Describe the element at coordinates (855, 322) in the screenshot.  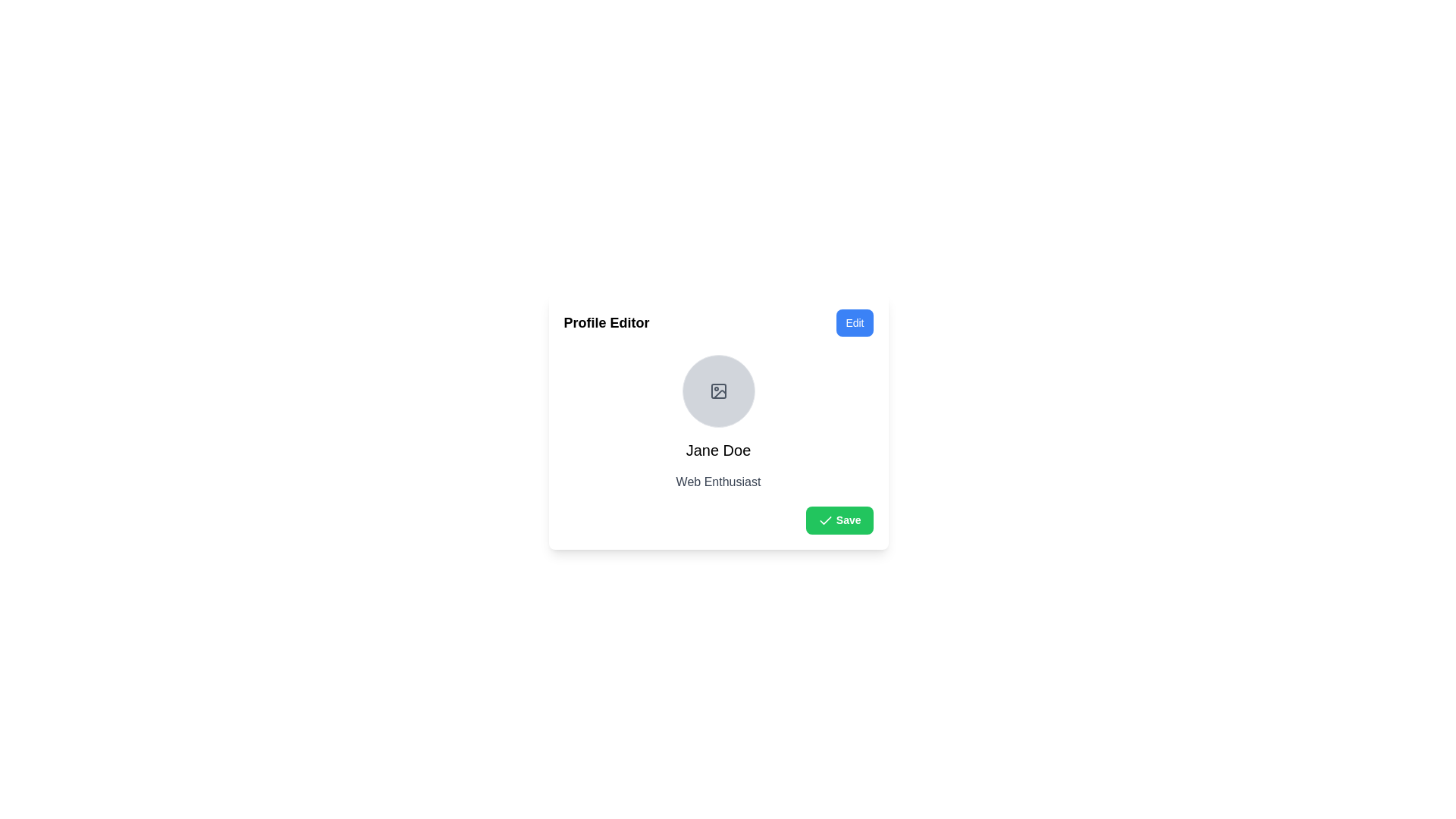
I see `the rounded 'Edit' button with white text on a blue background located in the upper-right corner of the 'Profile Editor' section to observe the hover effect` at that location.